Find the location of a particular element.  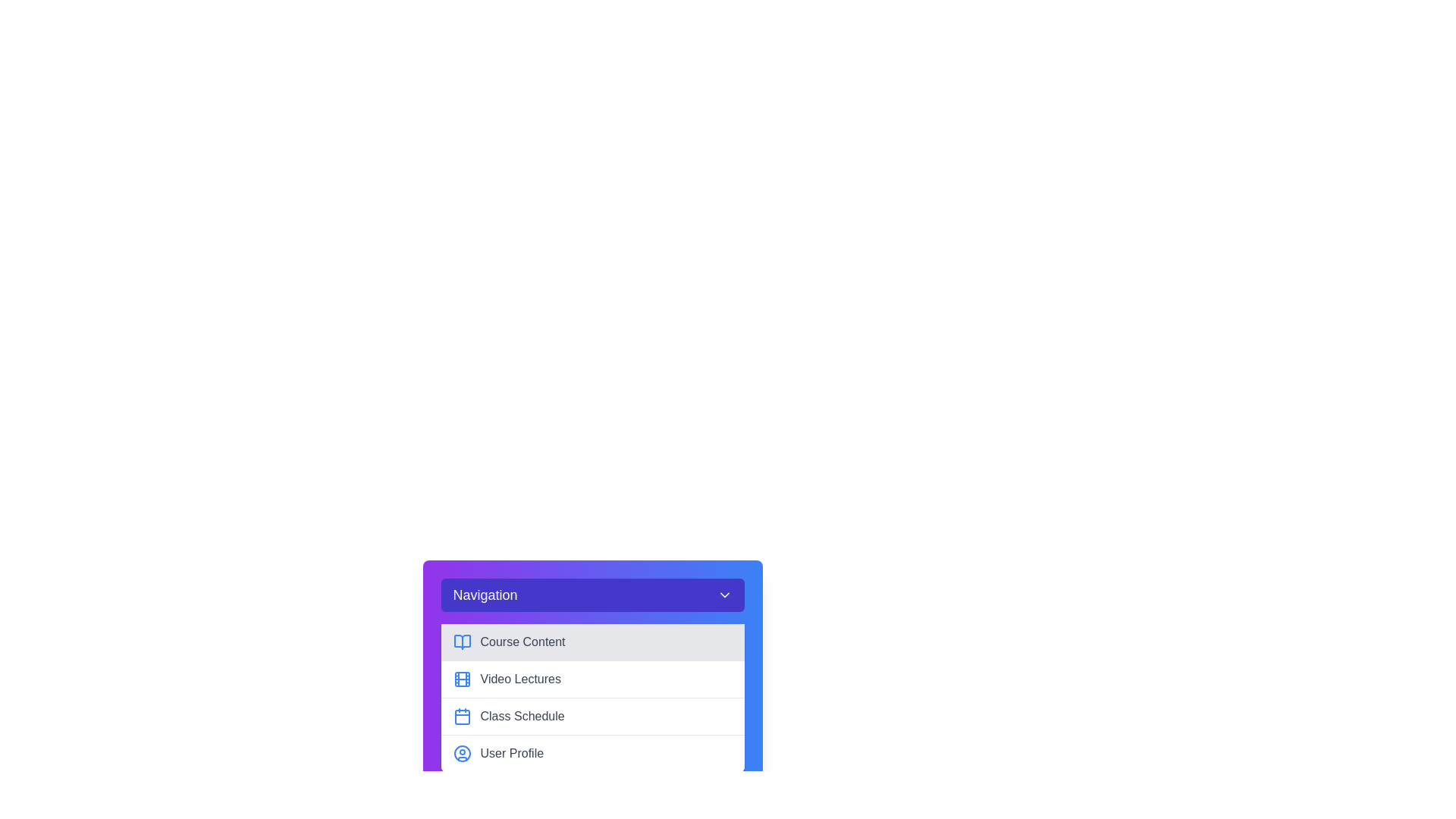

the 'Video Lectures' menu item, which is the second option in the vertical navigation menu is located at coordinates (591, 678).